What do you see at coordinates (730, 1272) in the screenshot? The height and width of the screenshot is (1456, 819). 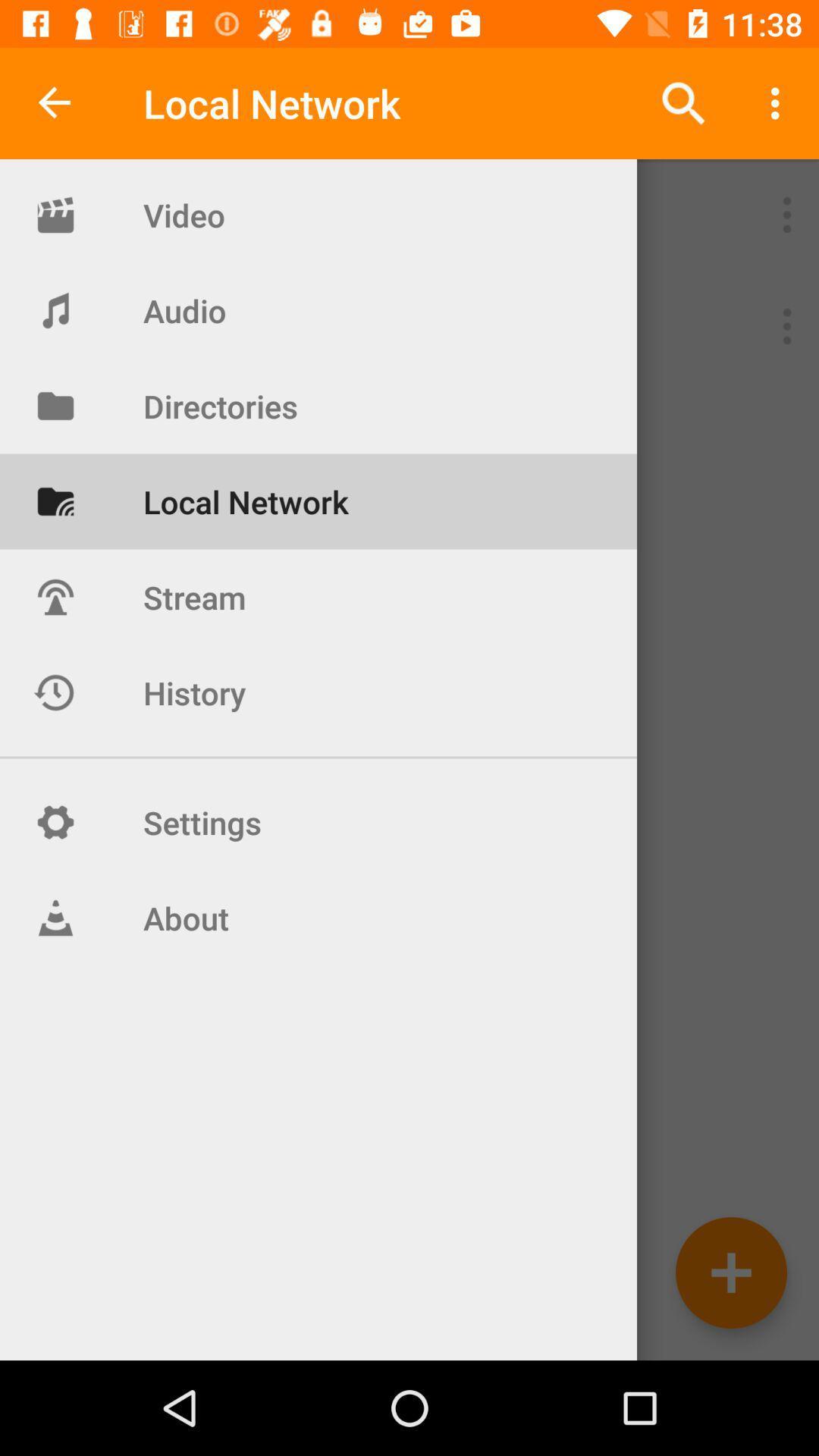 I see `network` at bounding box center [730, 1272].